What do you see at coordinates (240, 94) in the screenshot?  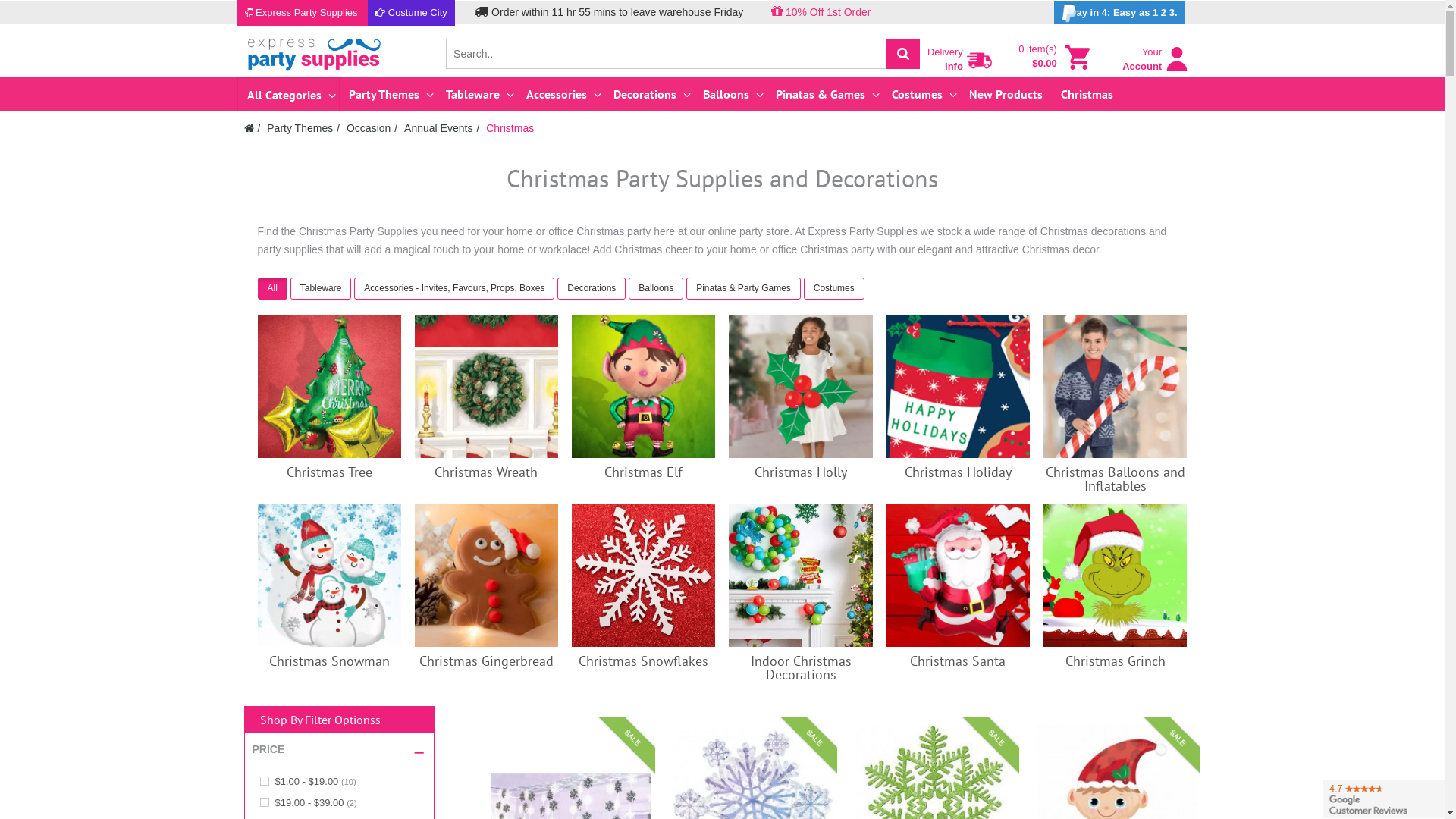 I see `'All Categories'` at bounding box center [240, 94].